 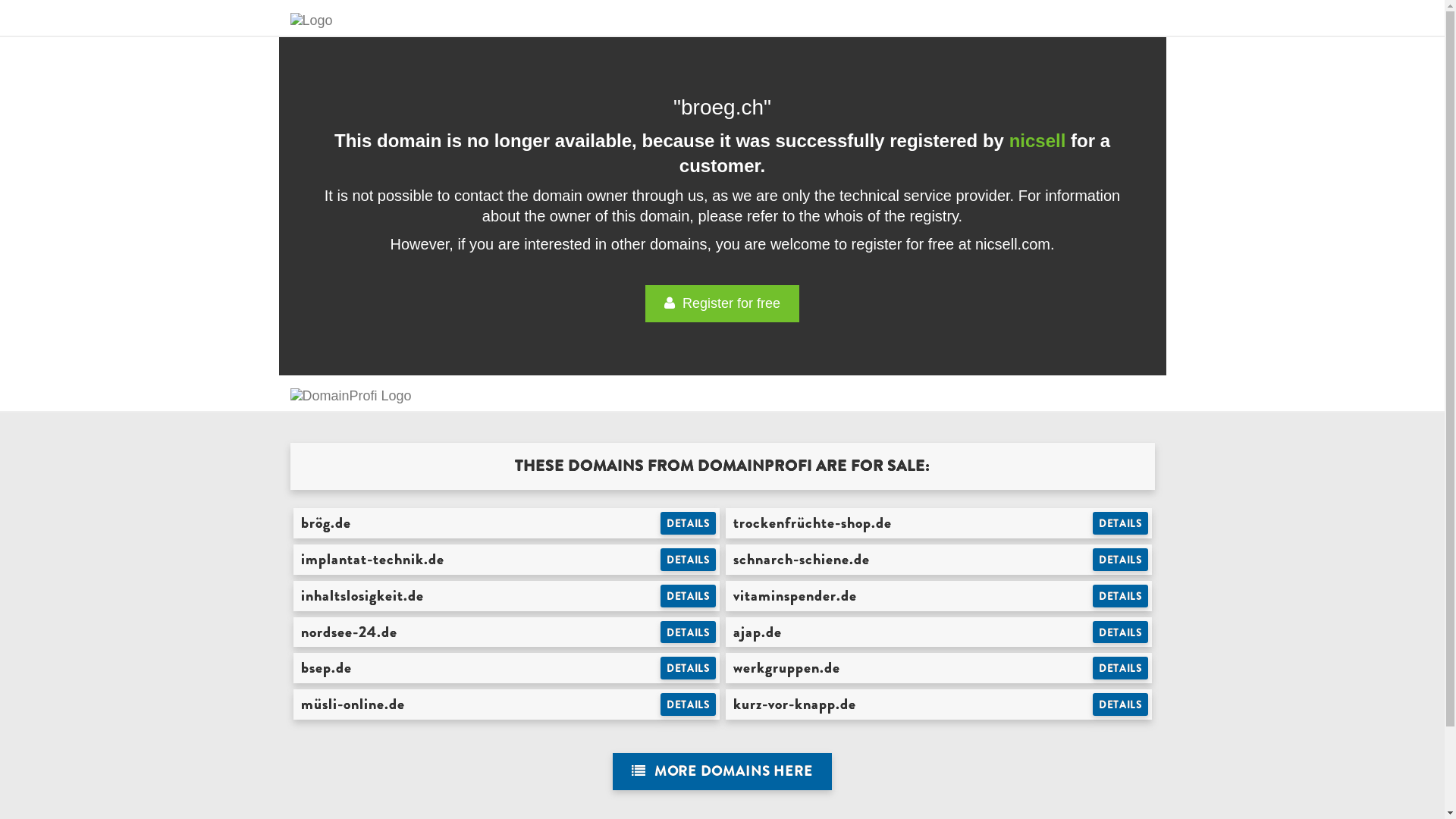 What do you see at coordinates (1120, 704) in the screenshot?
I see `'DETAILS'` at bounding box center [1120, 704].